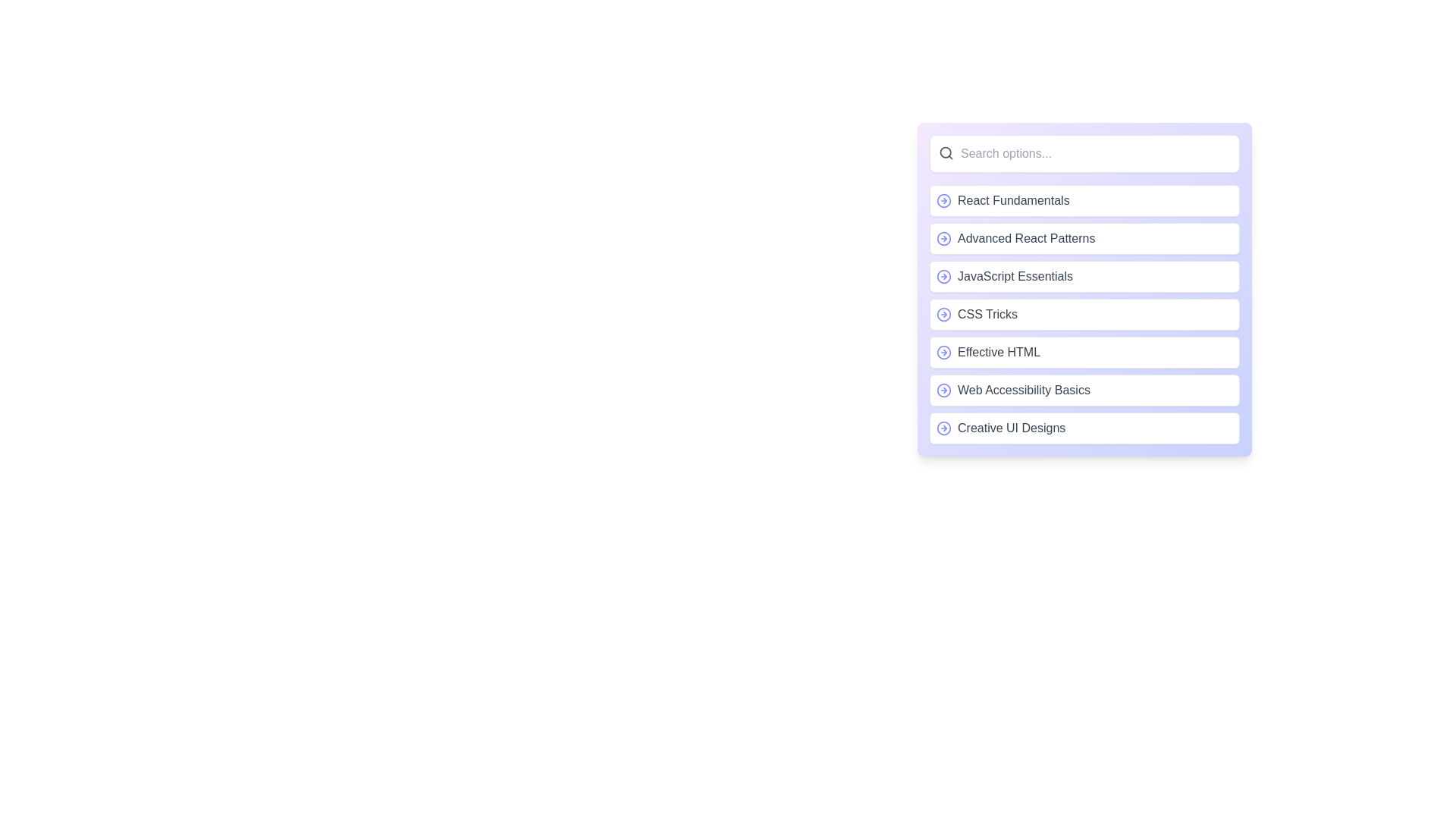 This screenshot has height=819, width=1456. I want to click on the circular icon with a right-pointing arrow located to the left of the 'Web Accessibility Basics' menu item, so click(943, 390).